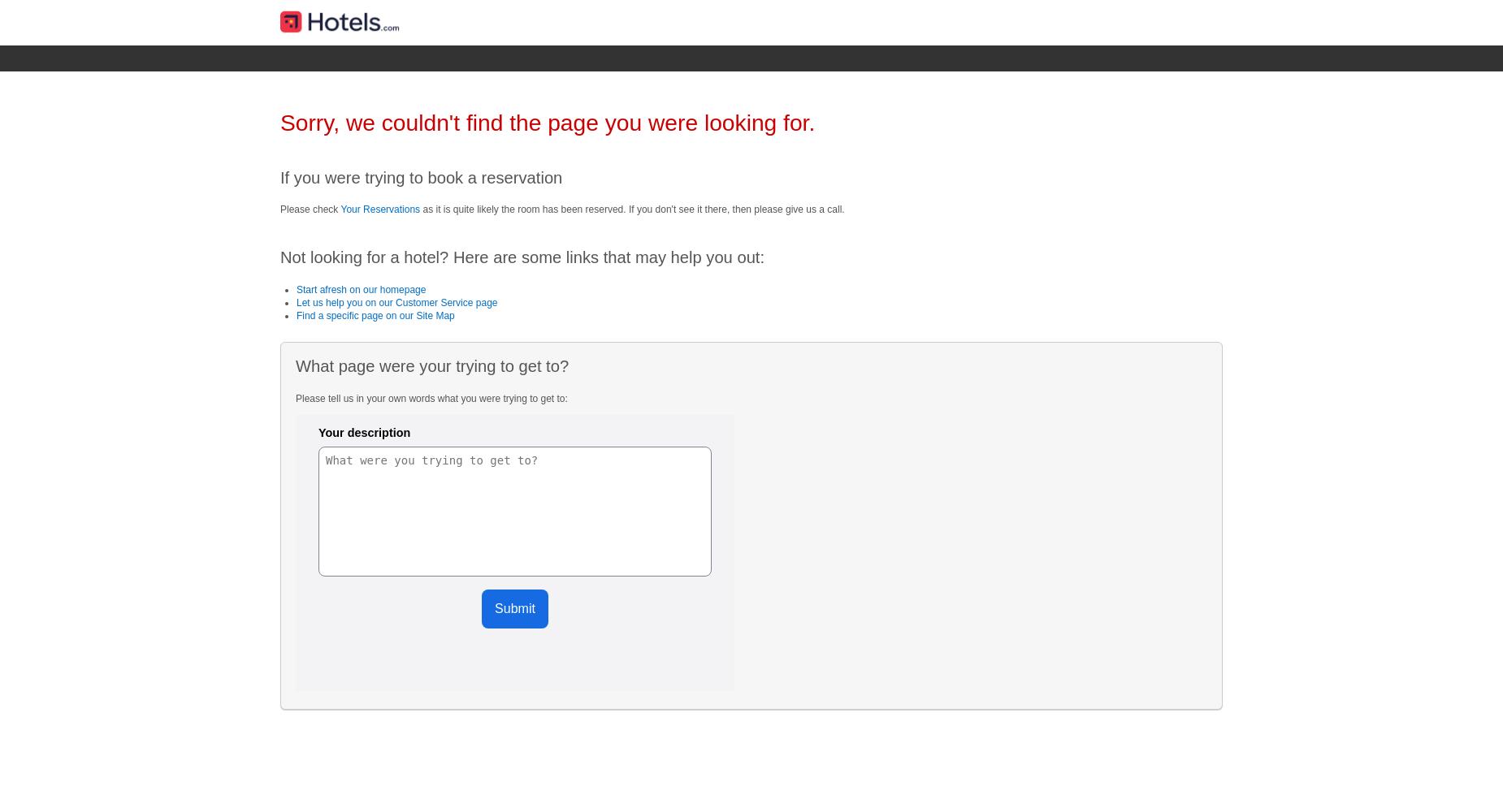  What do you see at coordinates (360, 288) in the screenshot?
I see `'Start afresh on our homepage'` at bounding box center [360, 288].